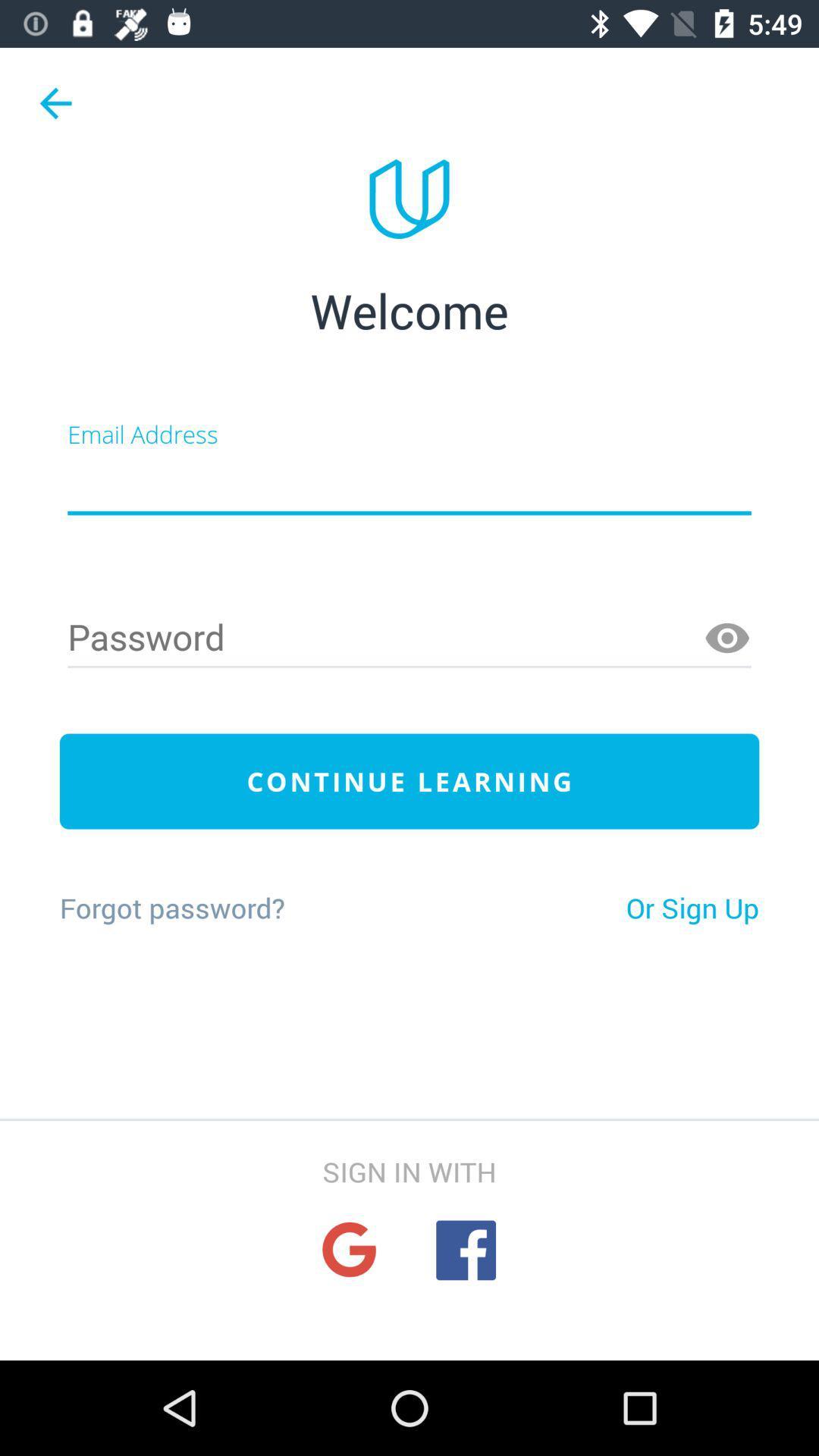 Image resolution: width=819 pixels, height=1456 pixels. What do you see at coordinates (349, 1250) in the screenshot?
I see `sign in with google` at bounding box center [349, 1250].